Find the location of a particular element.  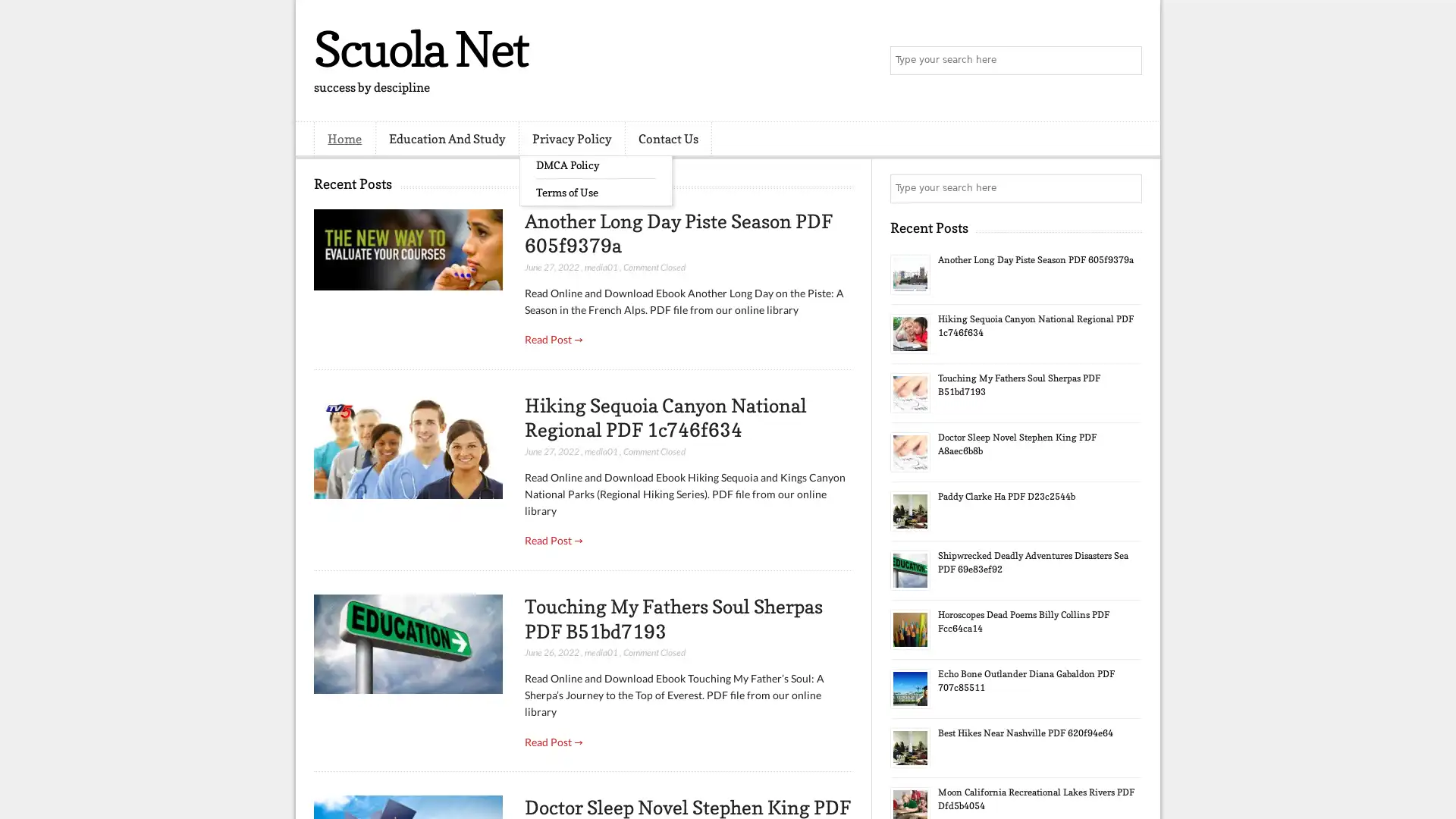

Search is located at coordinates (1126, 188).